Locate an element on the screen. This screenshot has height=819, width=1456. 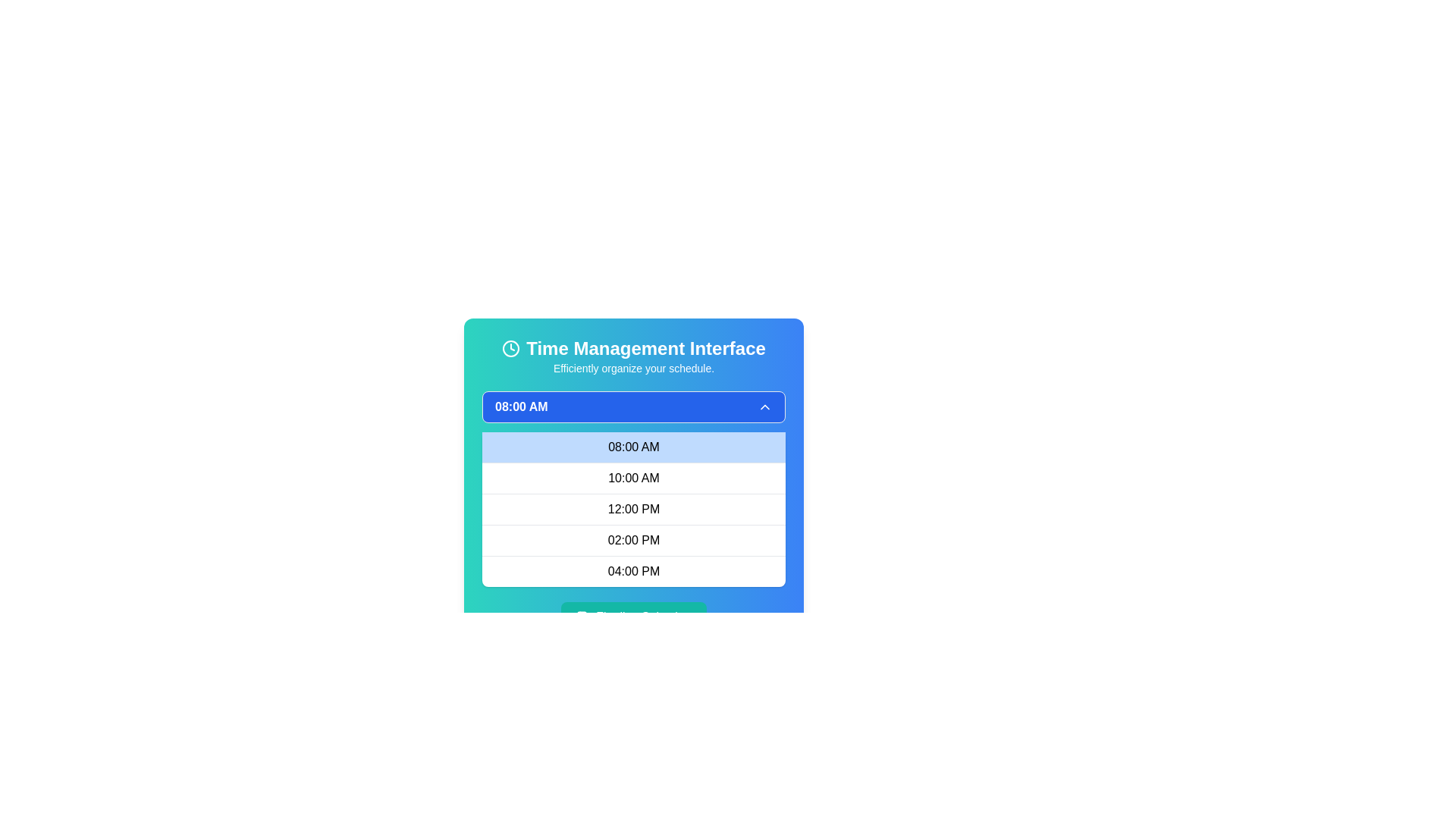
the highlighted time slot '10:00 AM' in the dropdown menu of the 'Time Management Interface' is located at coordinates (633, 485).